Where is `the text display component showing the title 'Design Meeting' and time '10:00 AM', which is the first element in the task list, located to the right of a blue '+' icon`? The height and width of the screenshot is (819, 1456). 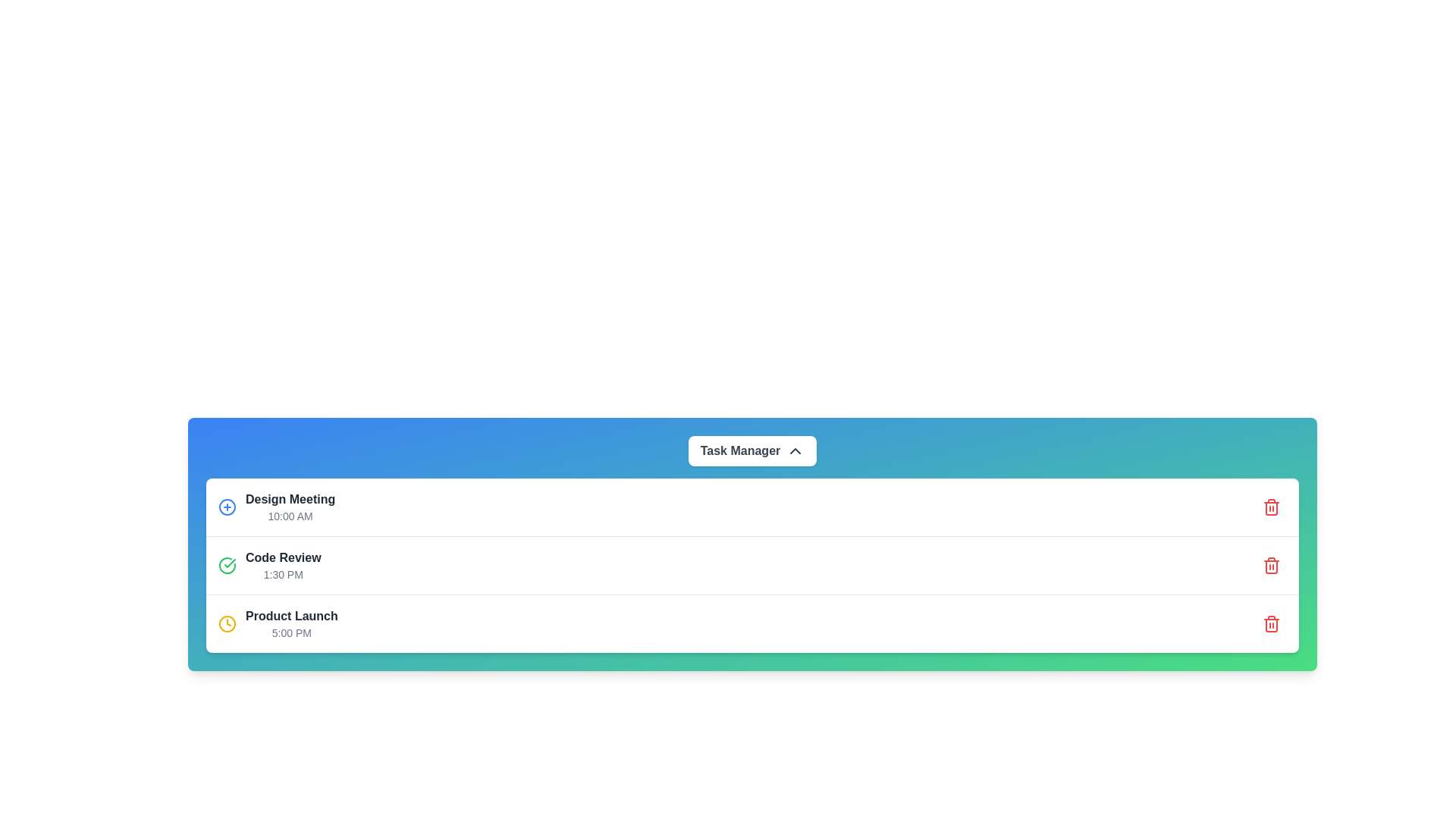
the text display component showing the title 'Design Meeting' and time '10:00 AM', which is the first element in the task list, located to the right of a blue '+' icon is located at coordinates (290, 507).